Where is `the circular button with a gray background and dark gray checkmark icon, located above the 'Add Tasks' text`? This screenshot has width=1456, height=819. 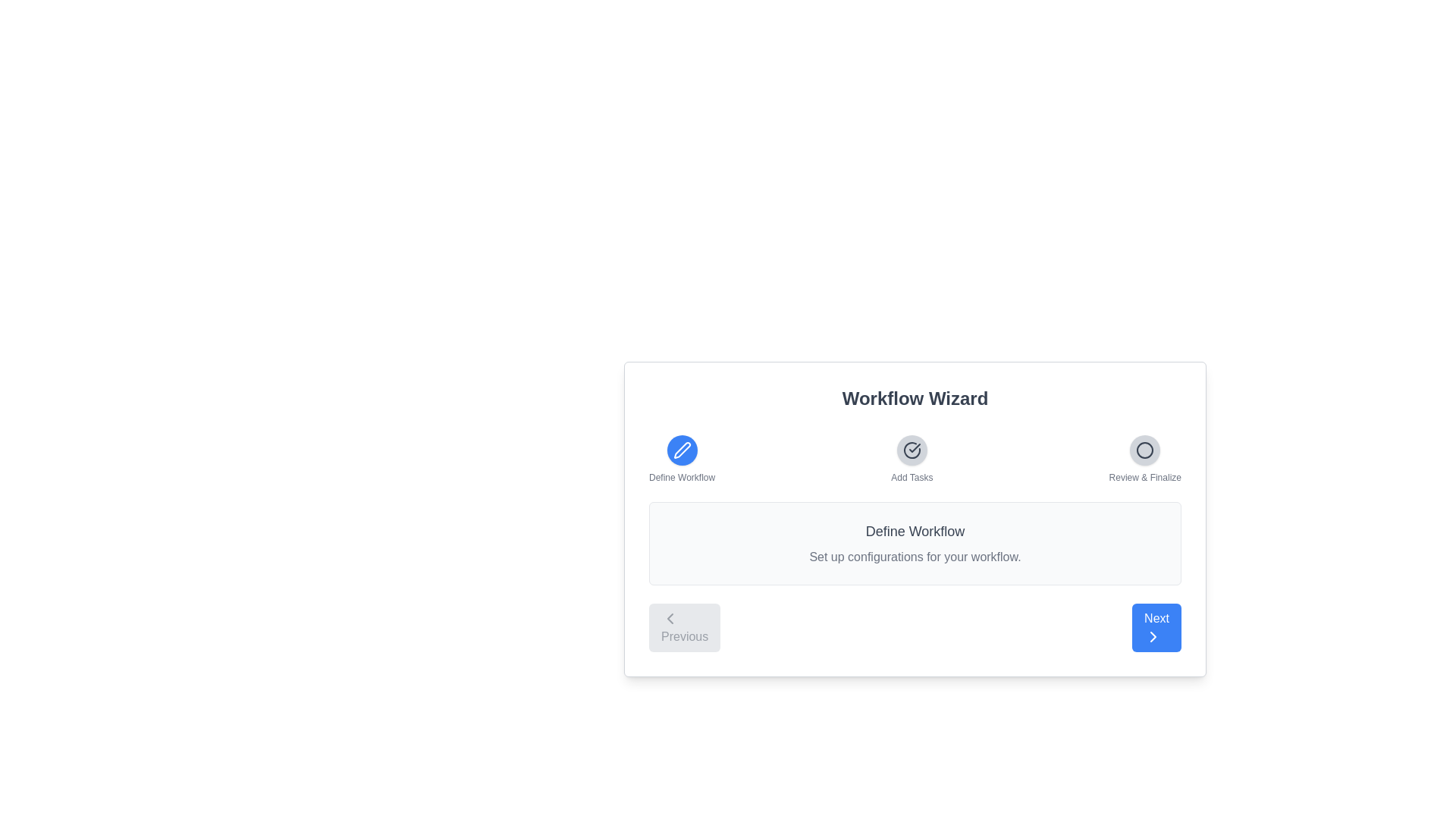 the circular button with a gray background and dark gray checkmark icon, located above the 'Add Tasks' text is located at coordinates (911, 450).